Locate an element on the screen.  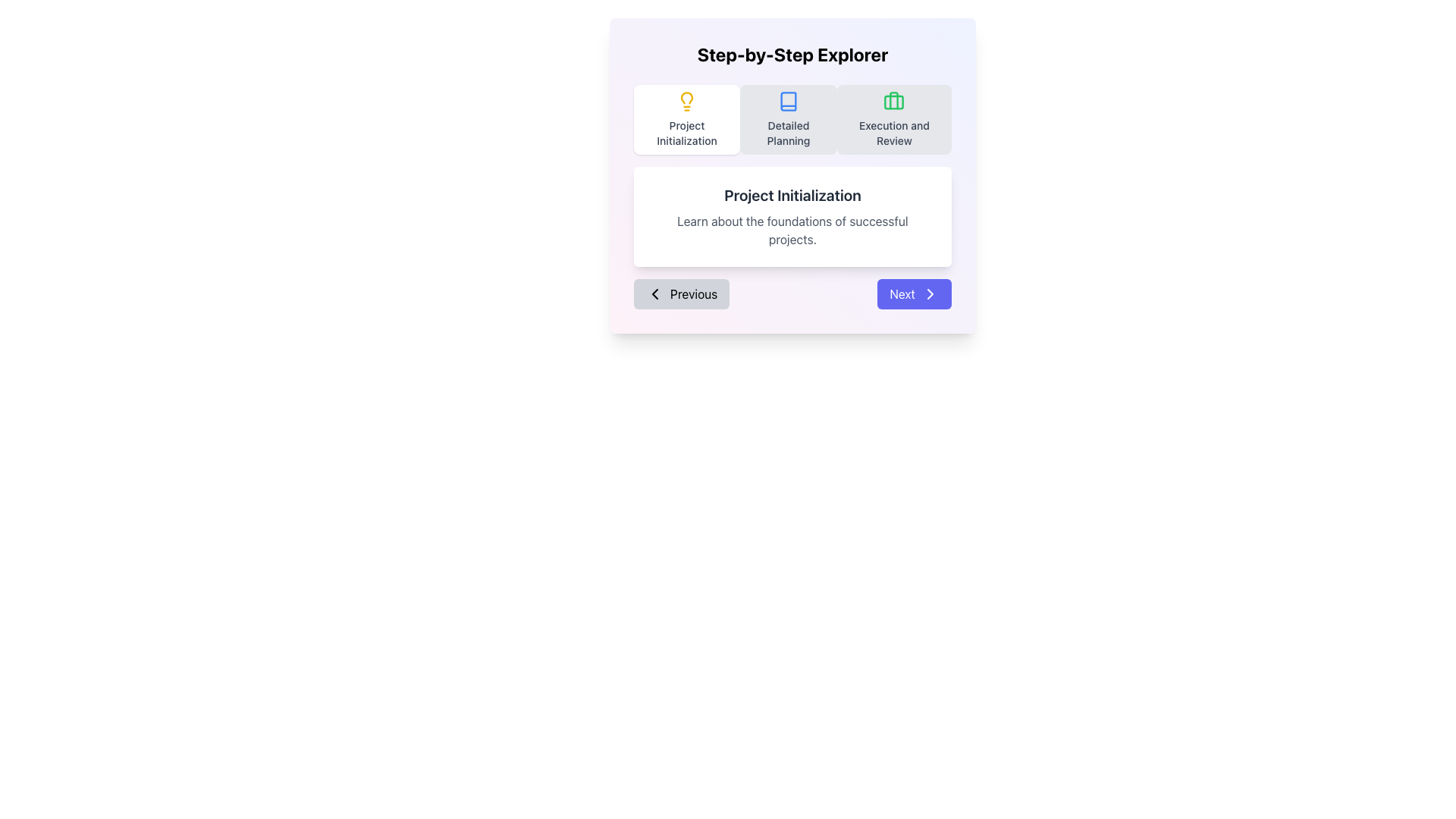
the chevron icon, which is a small white arrow on a purple circular background, located within the 'Next' button at the bottom-right corner of the dialog box is located at coordinates (930, 294).